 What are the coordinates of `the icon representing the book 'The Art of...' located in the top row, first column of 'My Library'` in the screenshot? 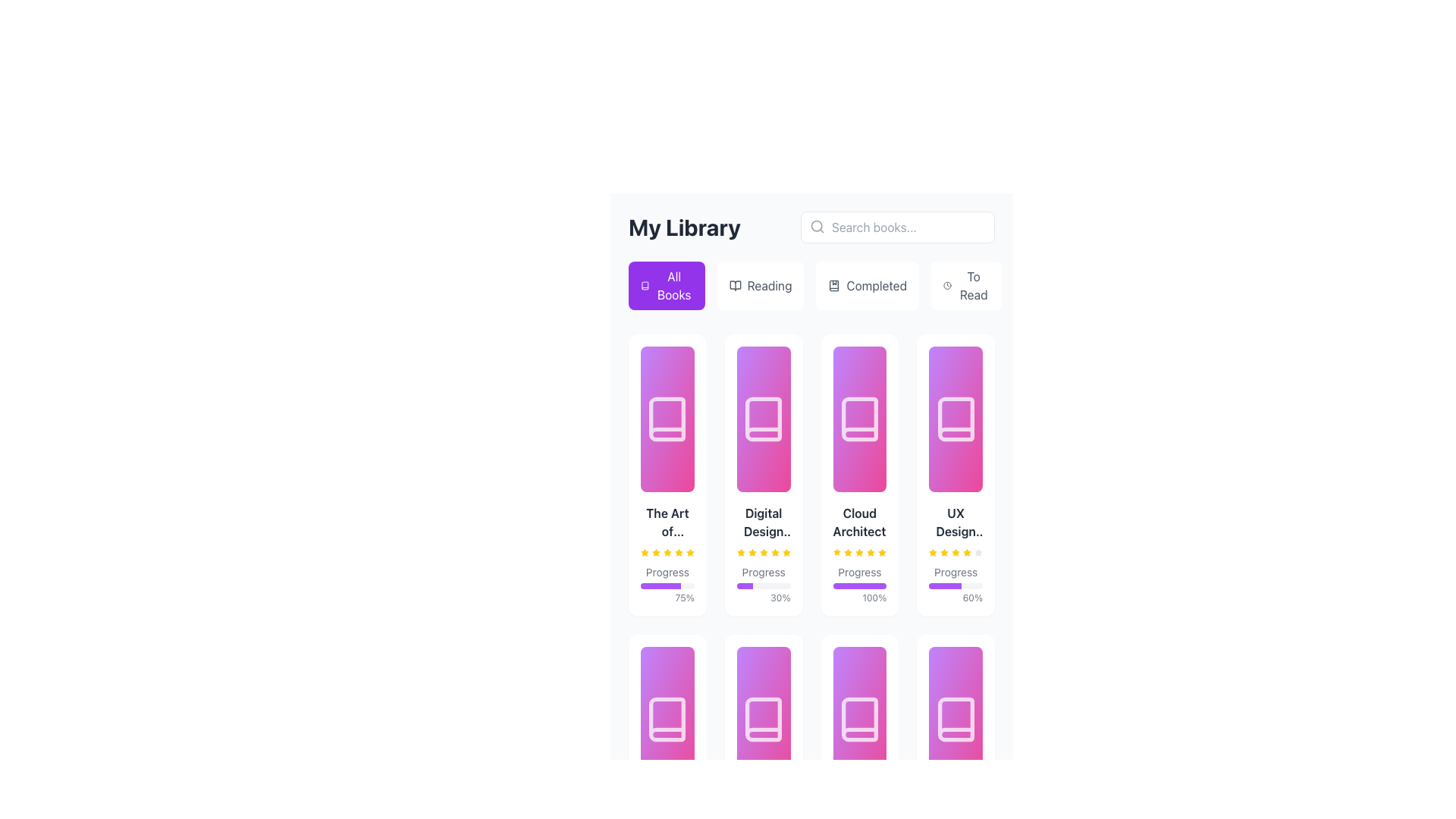 It's located at (667, 419).